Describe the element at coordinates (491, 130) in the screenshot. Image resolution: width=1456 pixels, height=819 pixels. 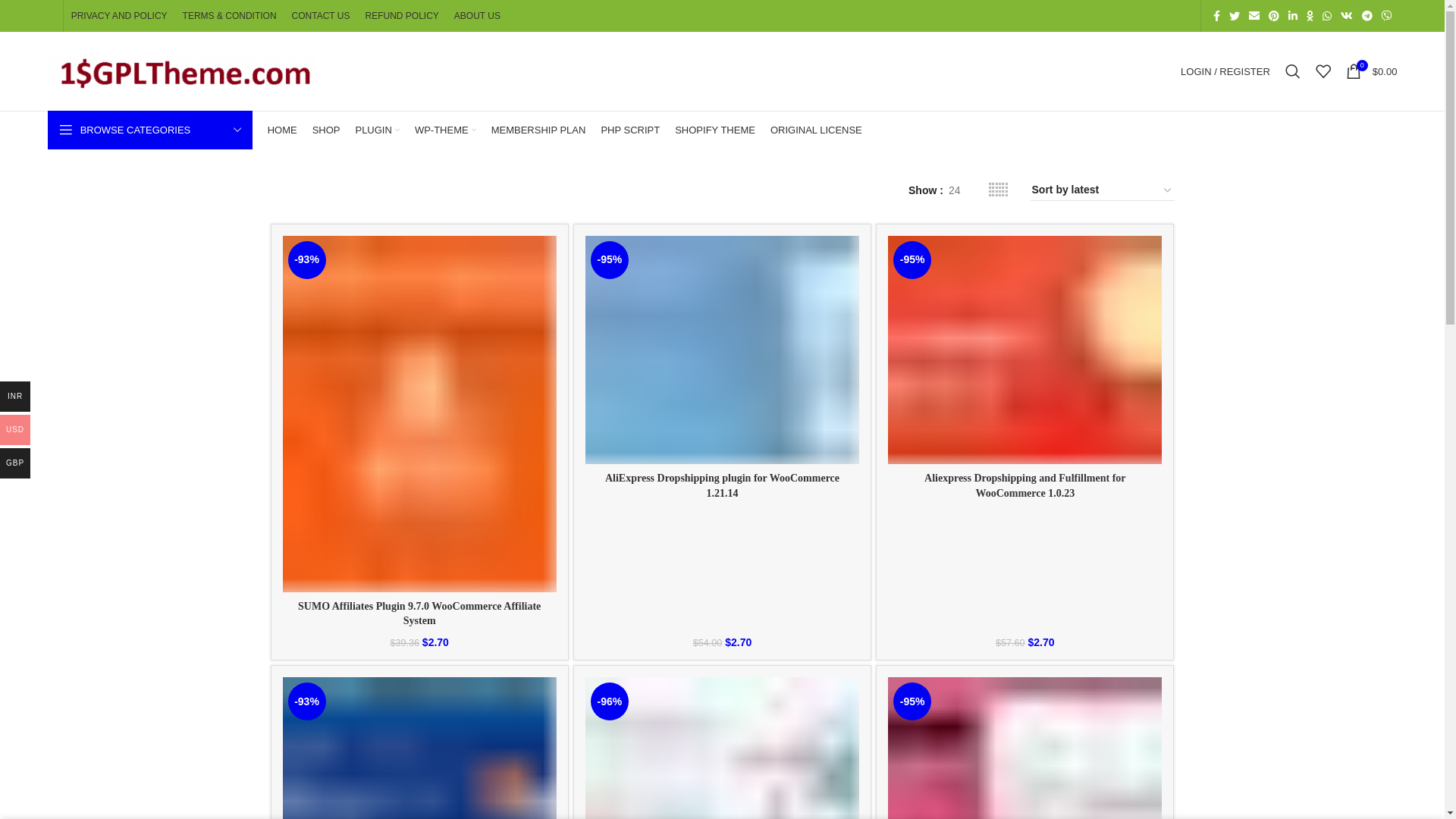
I see `'MEMBERSHIP PLAN'` at that location.